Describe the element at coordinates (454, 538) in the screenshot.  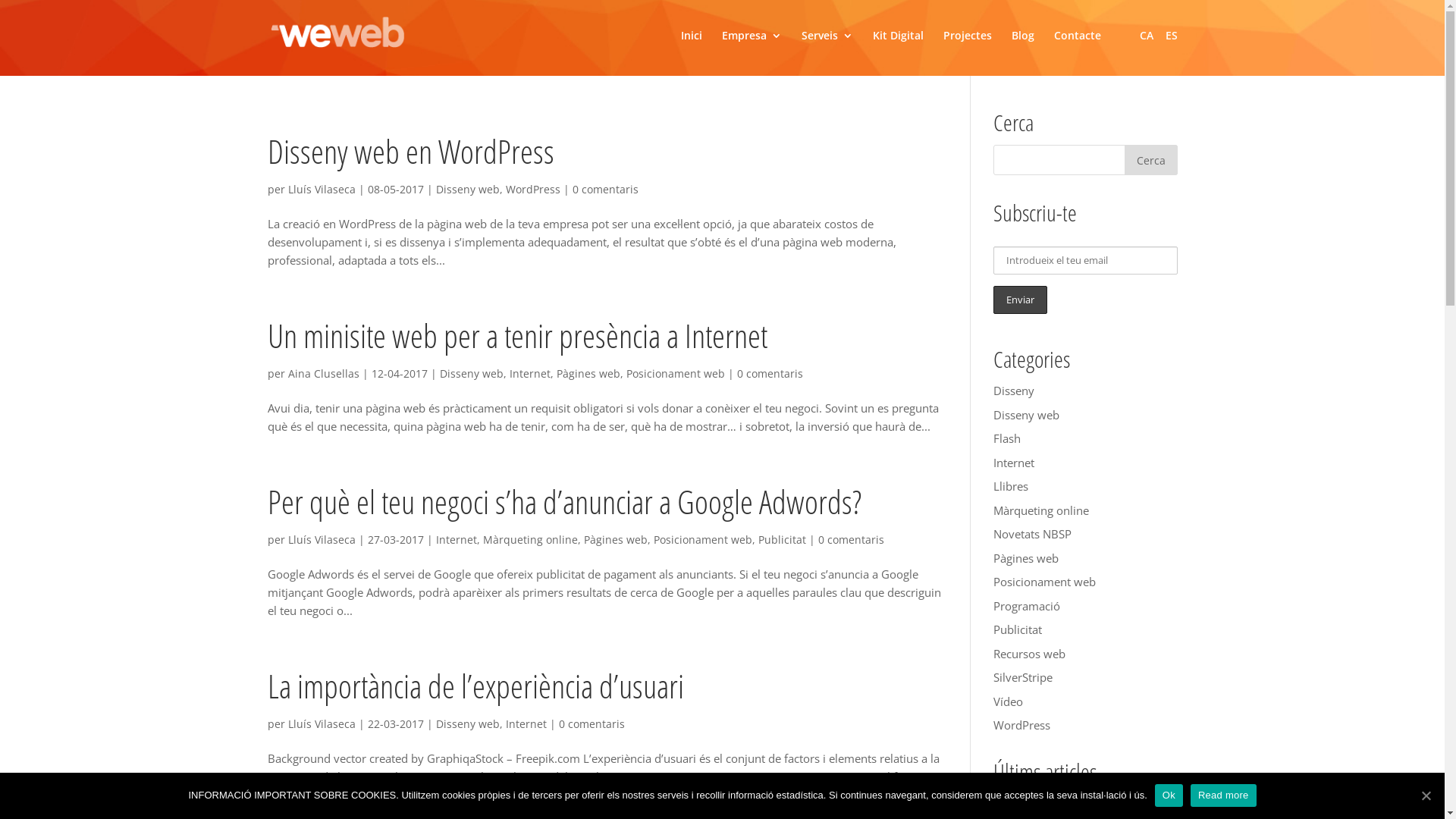
I see `'Internet'` at that location.